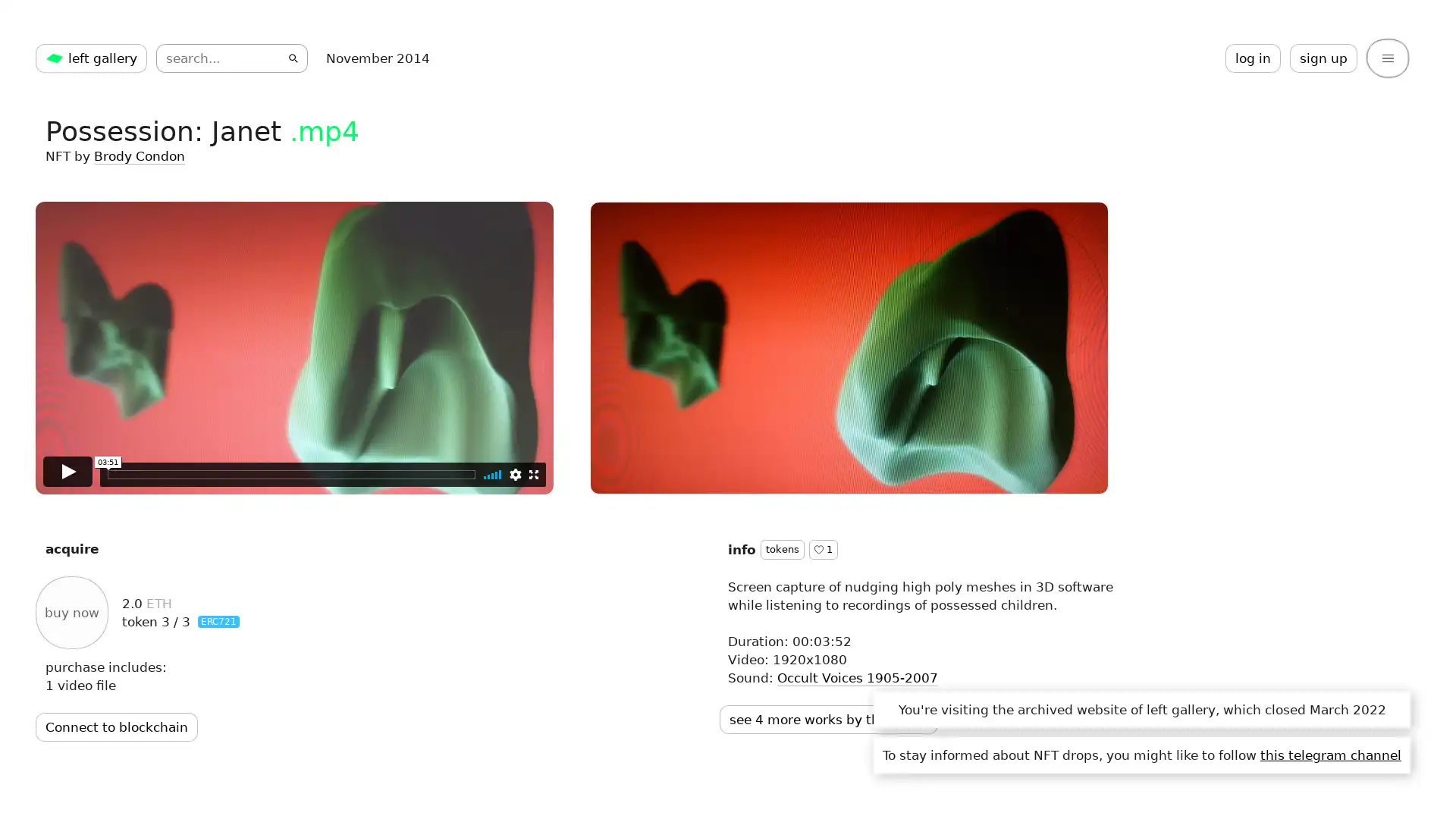 The width and height of the screenshot is (1456, 819). What do you see at coordinates (115, 726) in the screenshot?
I see `Connect to blockchain` at bounding box center [115, 726].